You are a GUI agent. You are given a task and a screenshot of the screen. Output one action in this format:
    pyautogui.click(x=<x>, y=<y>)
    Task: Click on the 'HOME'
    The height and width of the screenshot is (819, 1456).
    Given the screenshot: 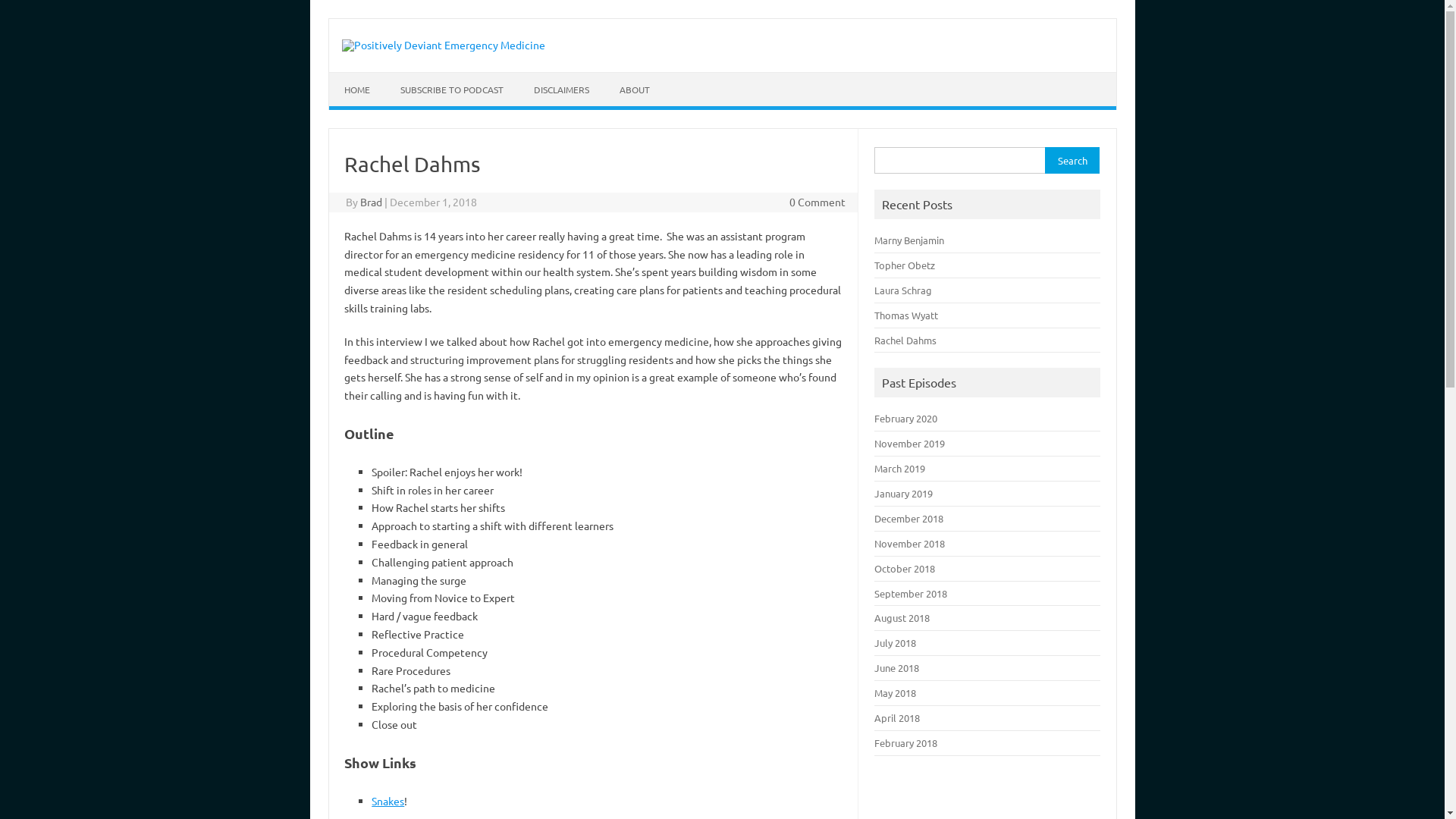 What is the action you would take?
    pyautogui.click(x=356, y=89)
    